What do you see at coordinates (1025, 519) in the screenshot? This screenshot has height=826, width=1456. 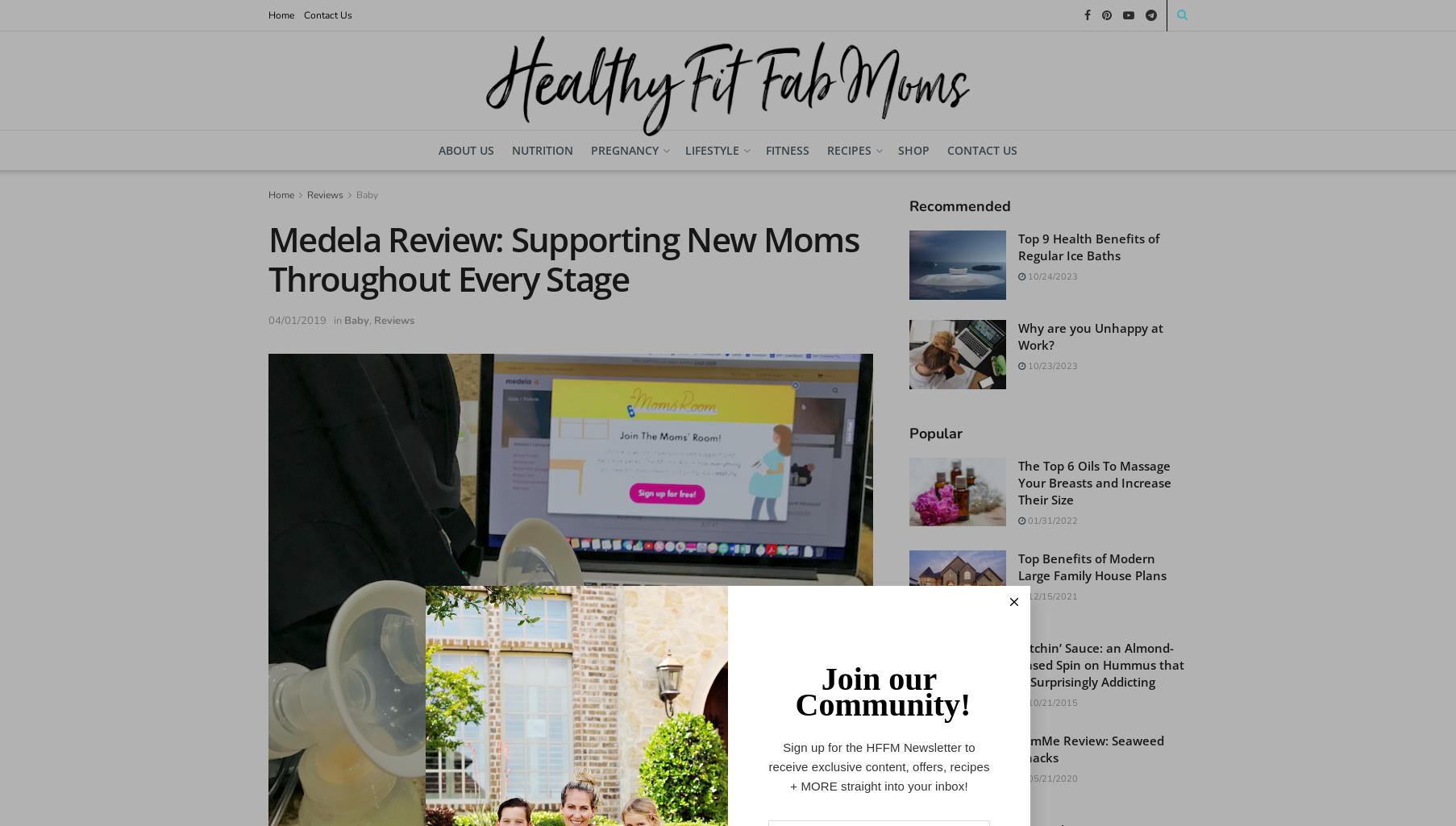 I see `'01/31/2022'` at bounding box center [1025, 519].